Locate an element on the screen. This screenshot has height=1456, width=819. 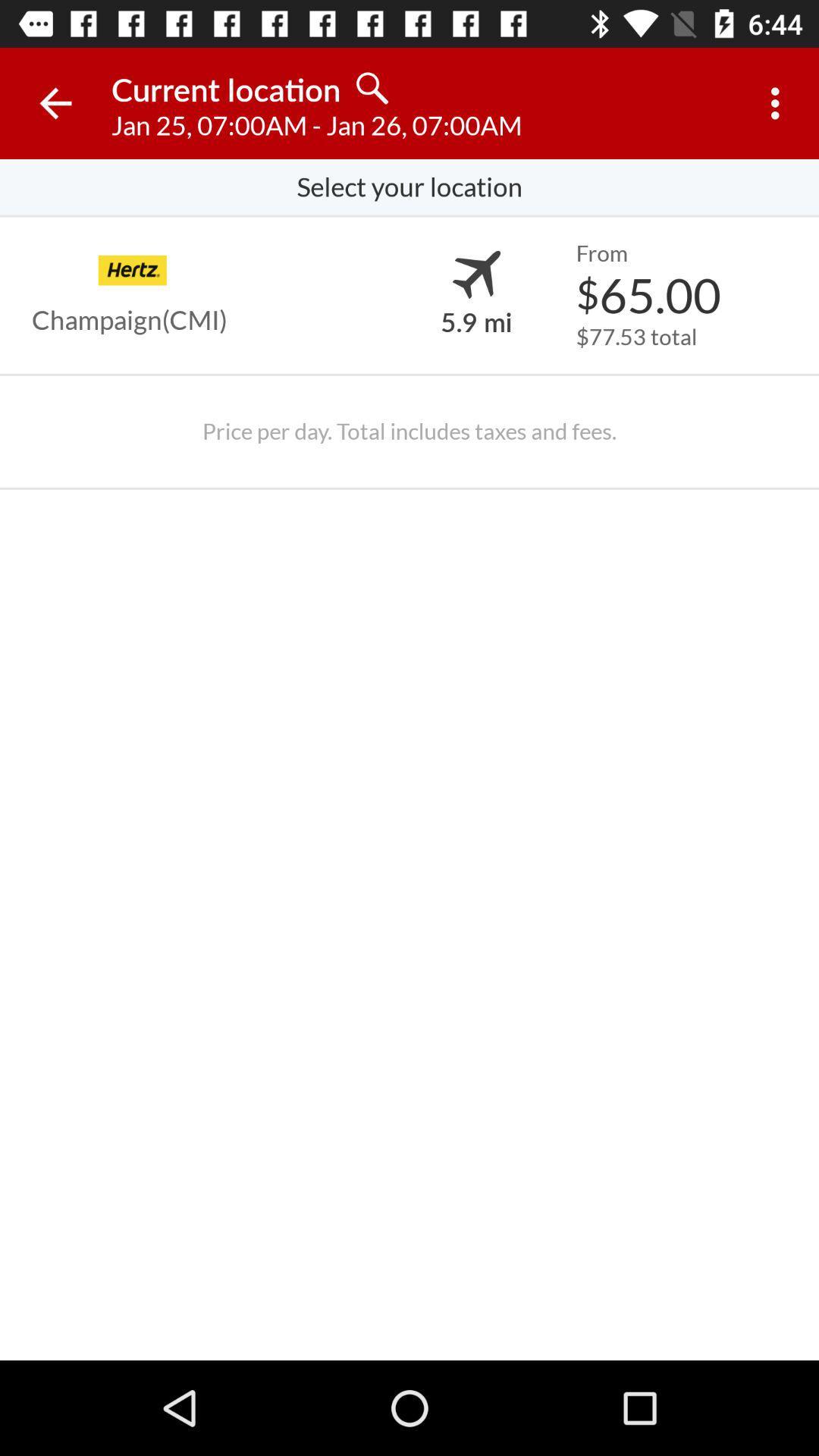
the item to the left of the current location icon is located at coordinates (55, 102).